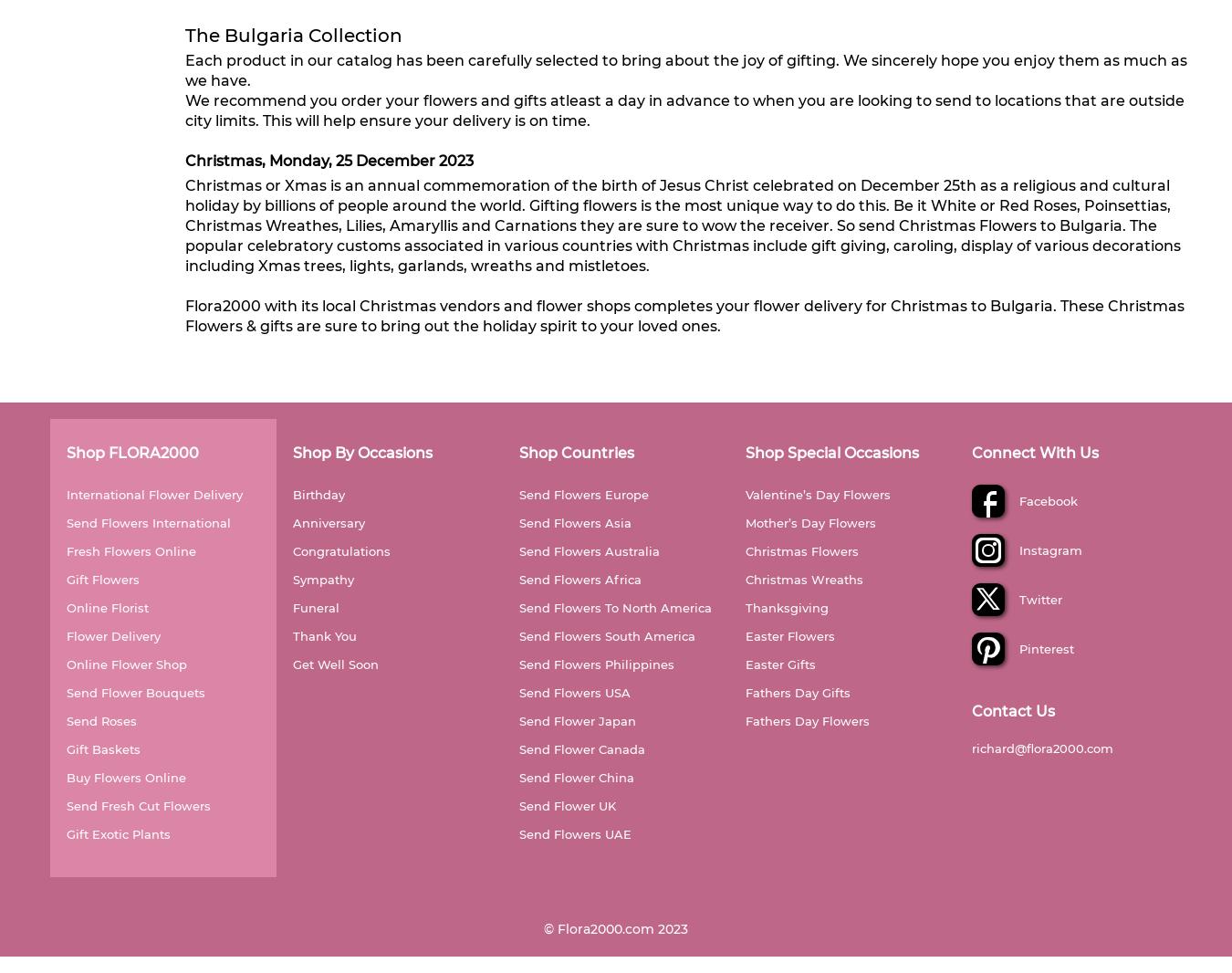 The width and height of the screenshot is (1232, 973). I want to click on 'Fathers Day Gifts', so click(798, 691).